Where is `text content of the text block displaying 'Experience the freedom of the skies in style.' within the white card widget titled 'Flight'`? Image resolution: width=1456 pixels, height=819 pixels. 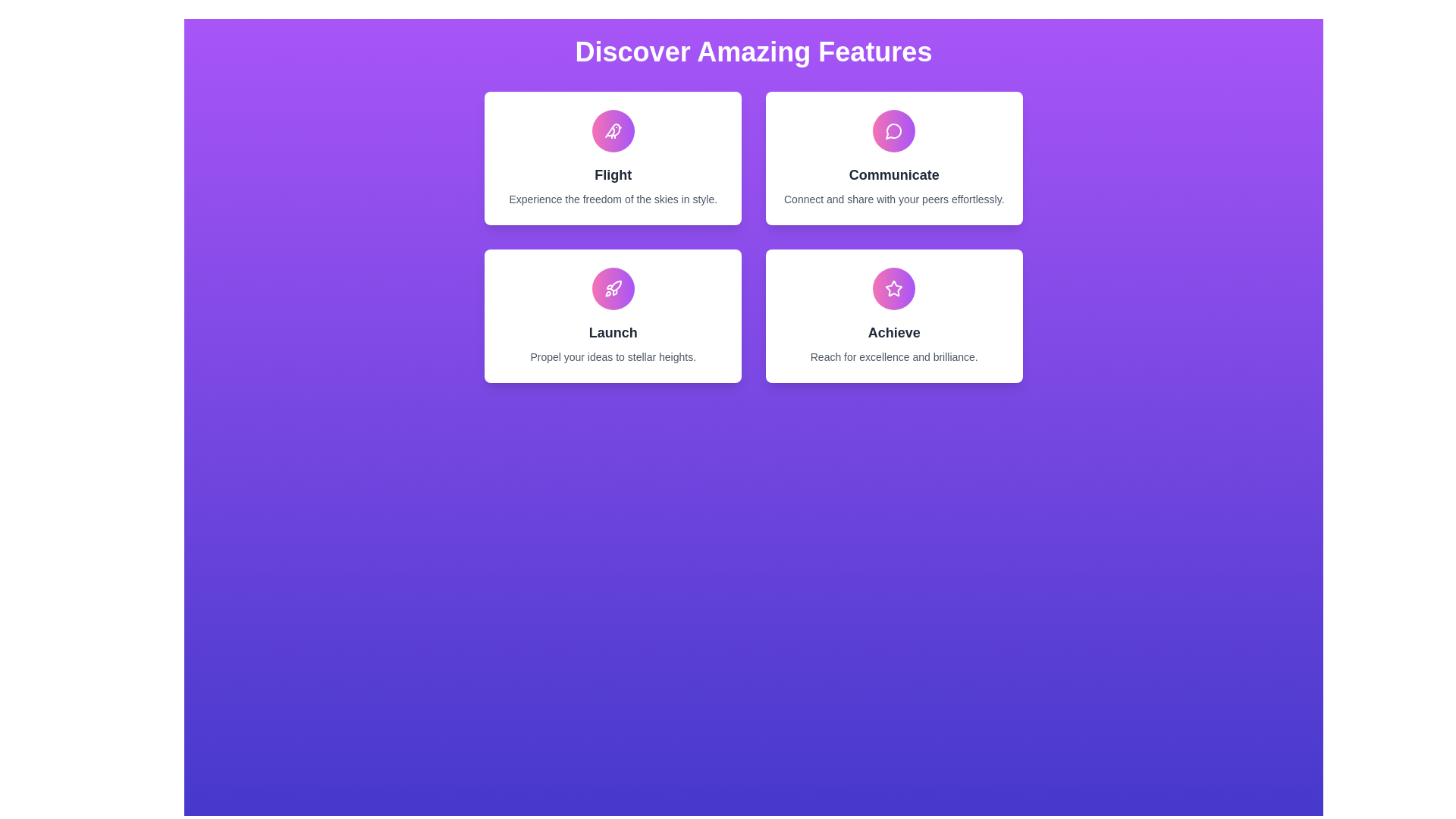 text content of the text block displaying 'Experience the freedom of the skies in style.' within the white card widget titled 'Flight' is located at coordinates (613, 198).